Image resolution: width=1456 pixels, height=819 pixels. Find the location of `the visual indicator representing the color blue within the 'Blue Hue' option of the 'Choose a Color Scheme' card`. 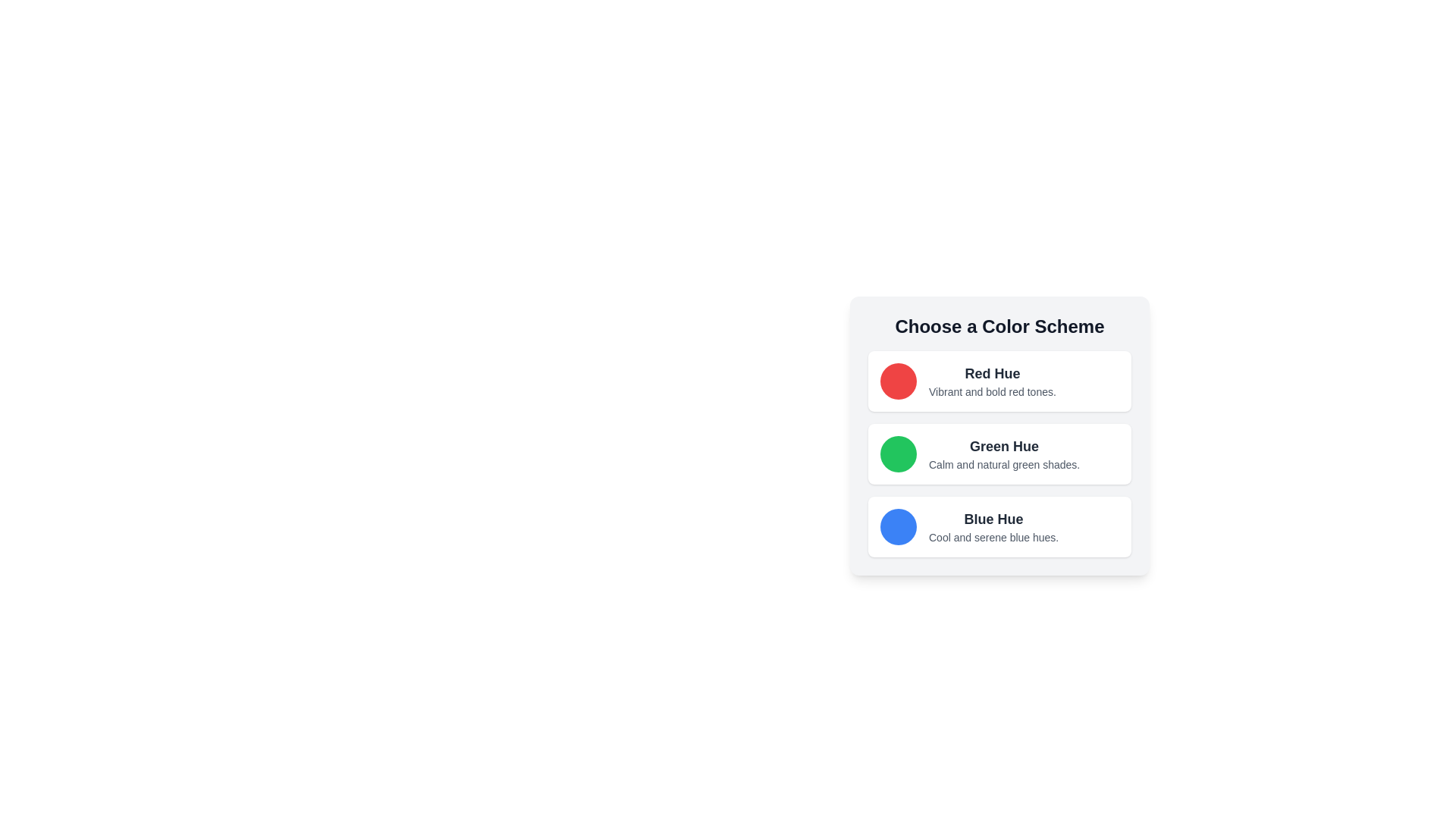

the visual indicator representing the color blue within the 'Blue Hue' option of the 'Choose a Color Scheme' card is located at coordinates (899, 526).